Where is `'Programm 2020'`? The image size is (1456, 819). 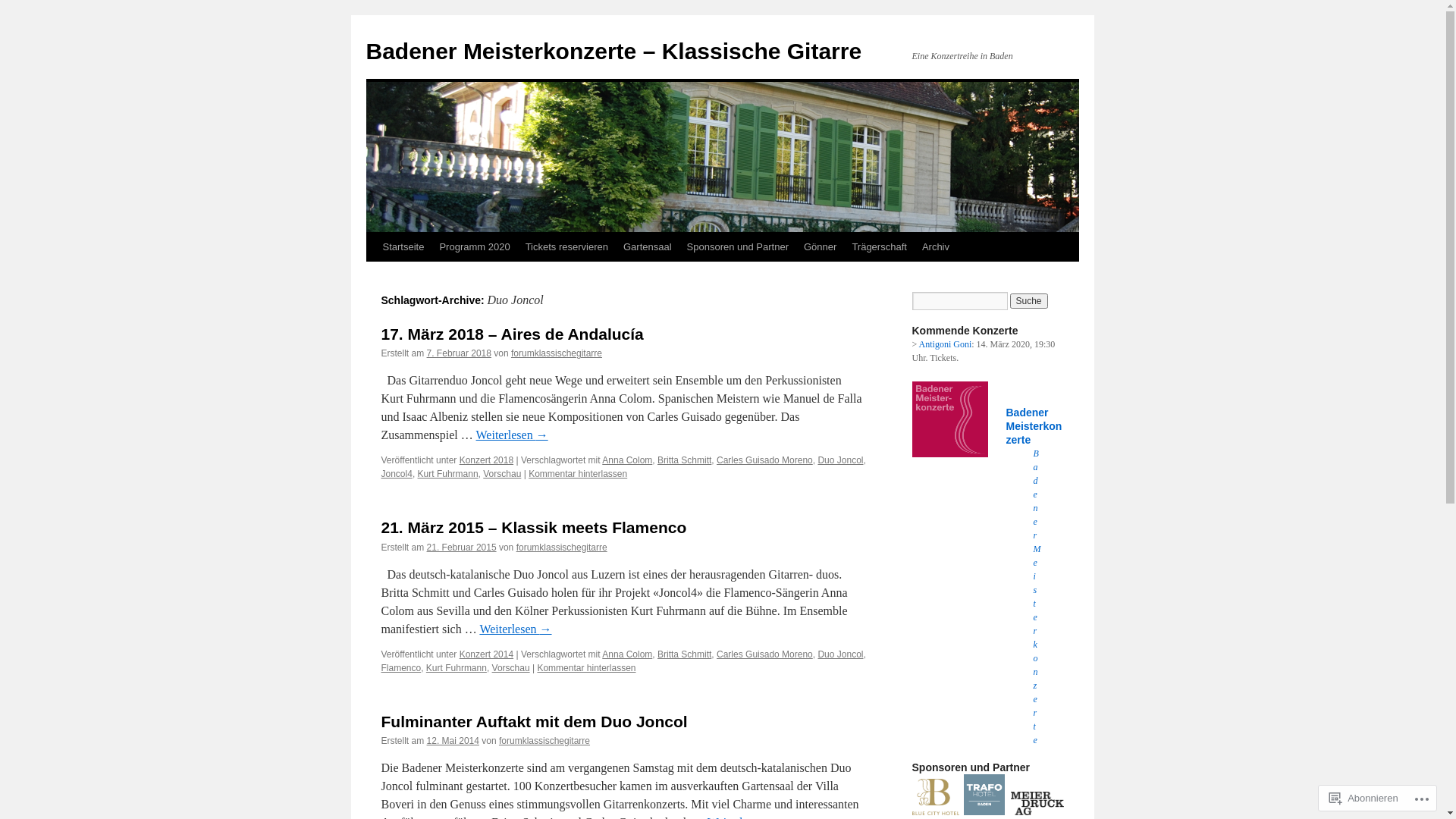
'Programm 2020' is located at coordinates (473, 246).